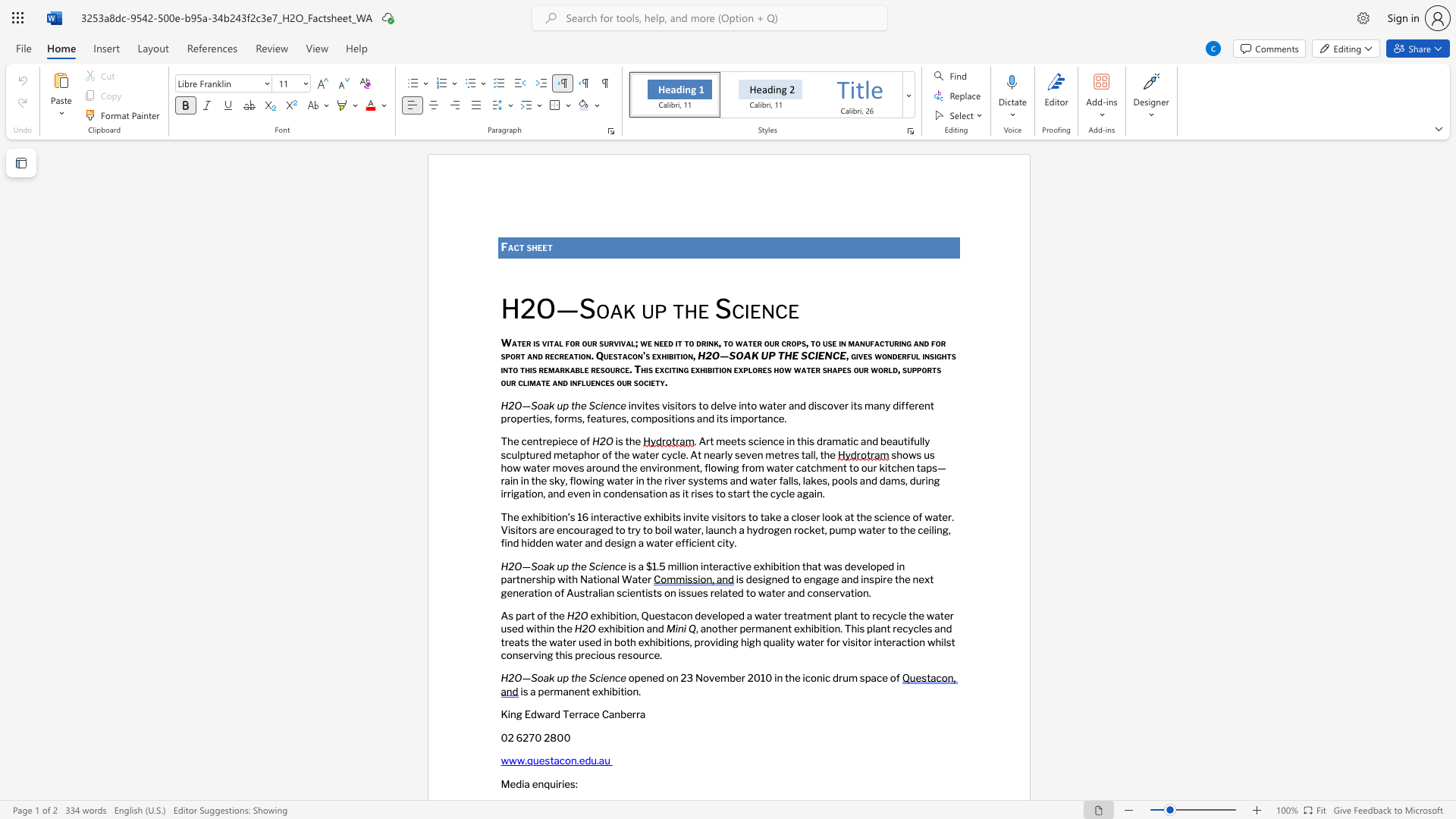 Image resolution: width=1456 pixels, height=819 pixels. What do you see at coordinates (632, 714) in the screenshot?
I see `the subset text "rr" within the text "King Edward Terrace Canberra"` at bounding box center [632, 714].